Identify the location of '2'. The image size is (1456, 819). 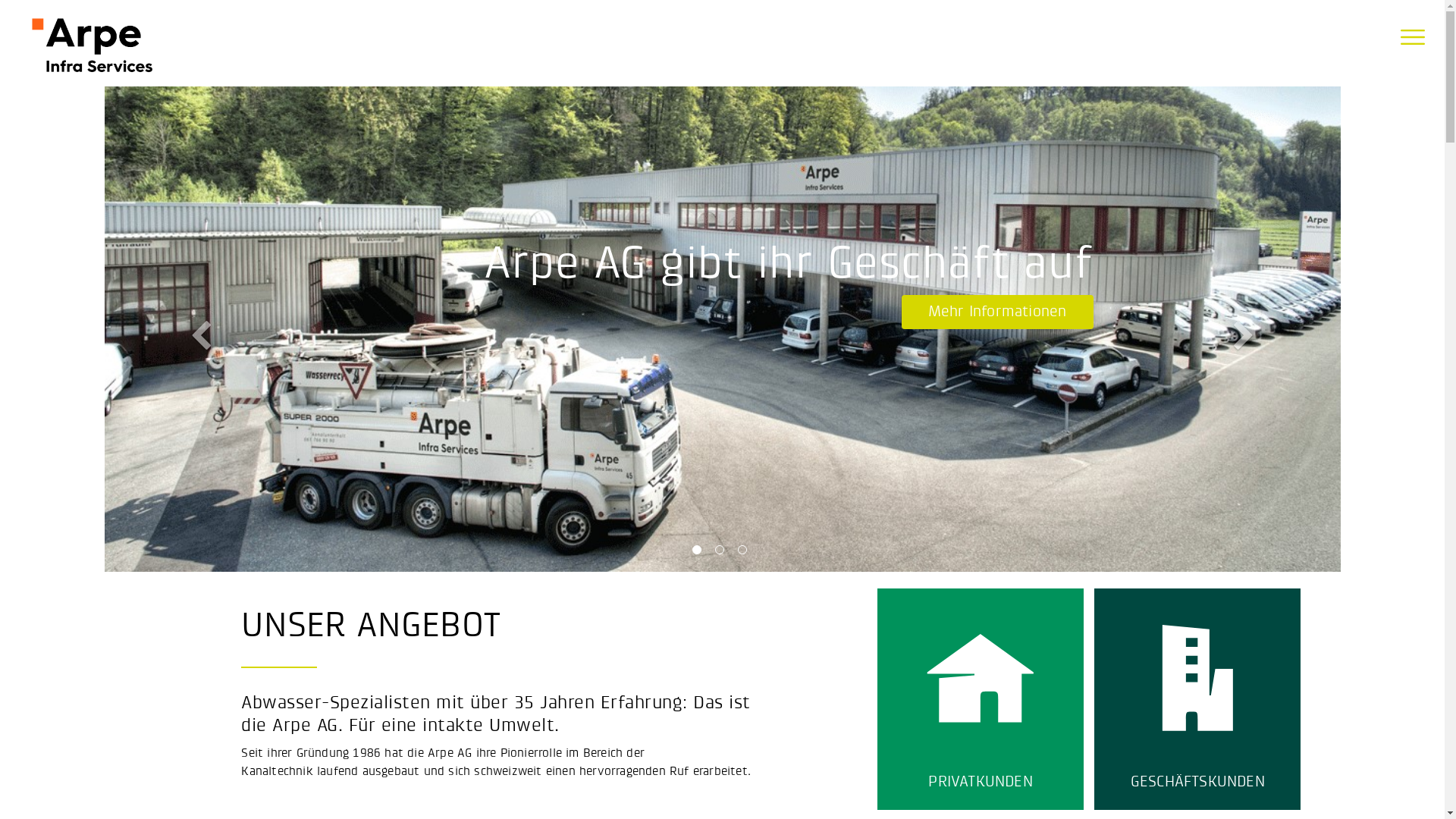
(720, 553).